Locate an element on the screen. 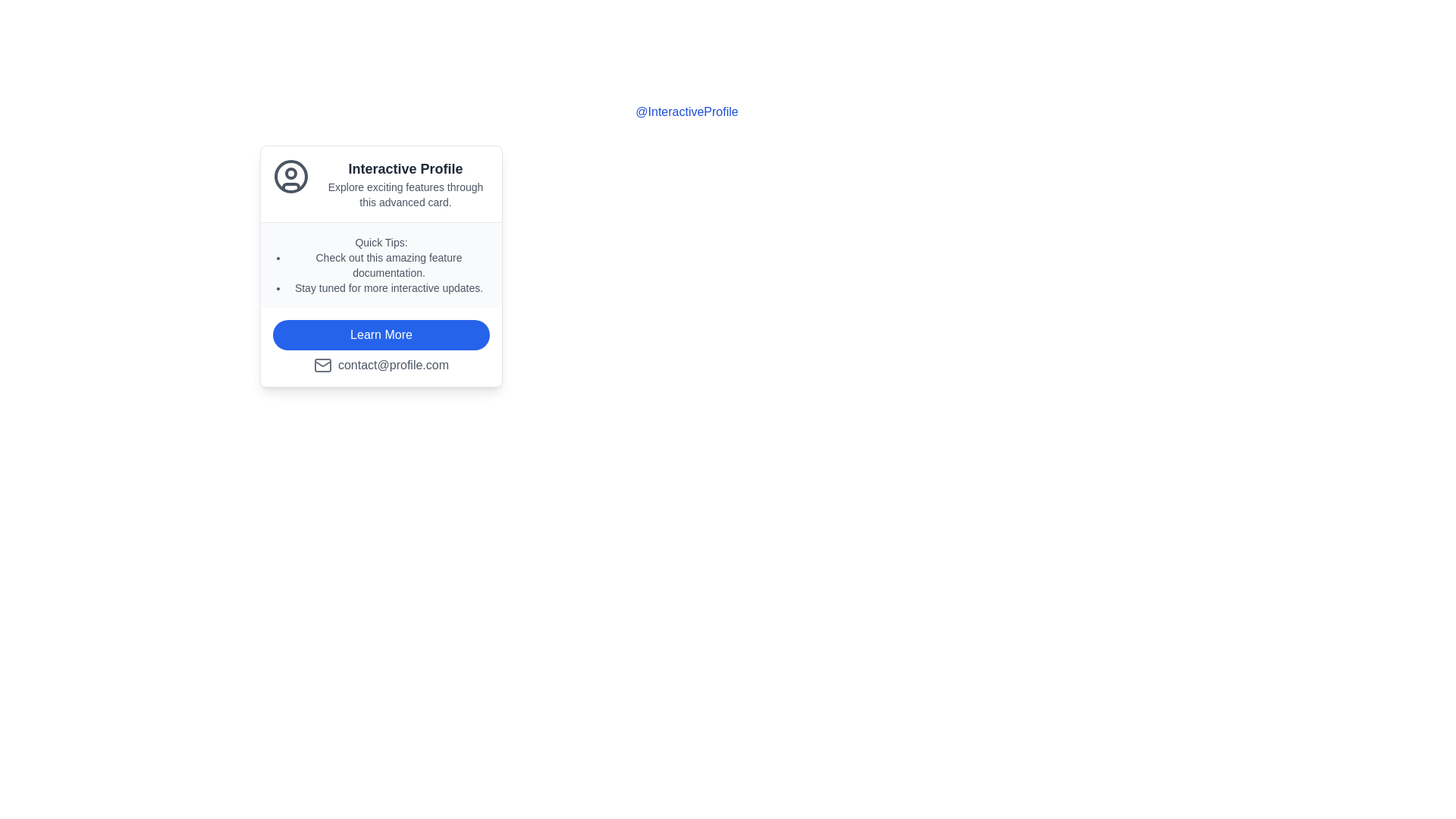 The height and width of the screenshot is (819, 1456). bolded text label that says 'Interactive Profile', which is styled with a dark gray font color and positioned at the top of the card interface is located at coordinates (405, 169).